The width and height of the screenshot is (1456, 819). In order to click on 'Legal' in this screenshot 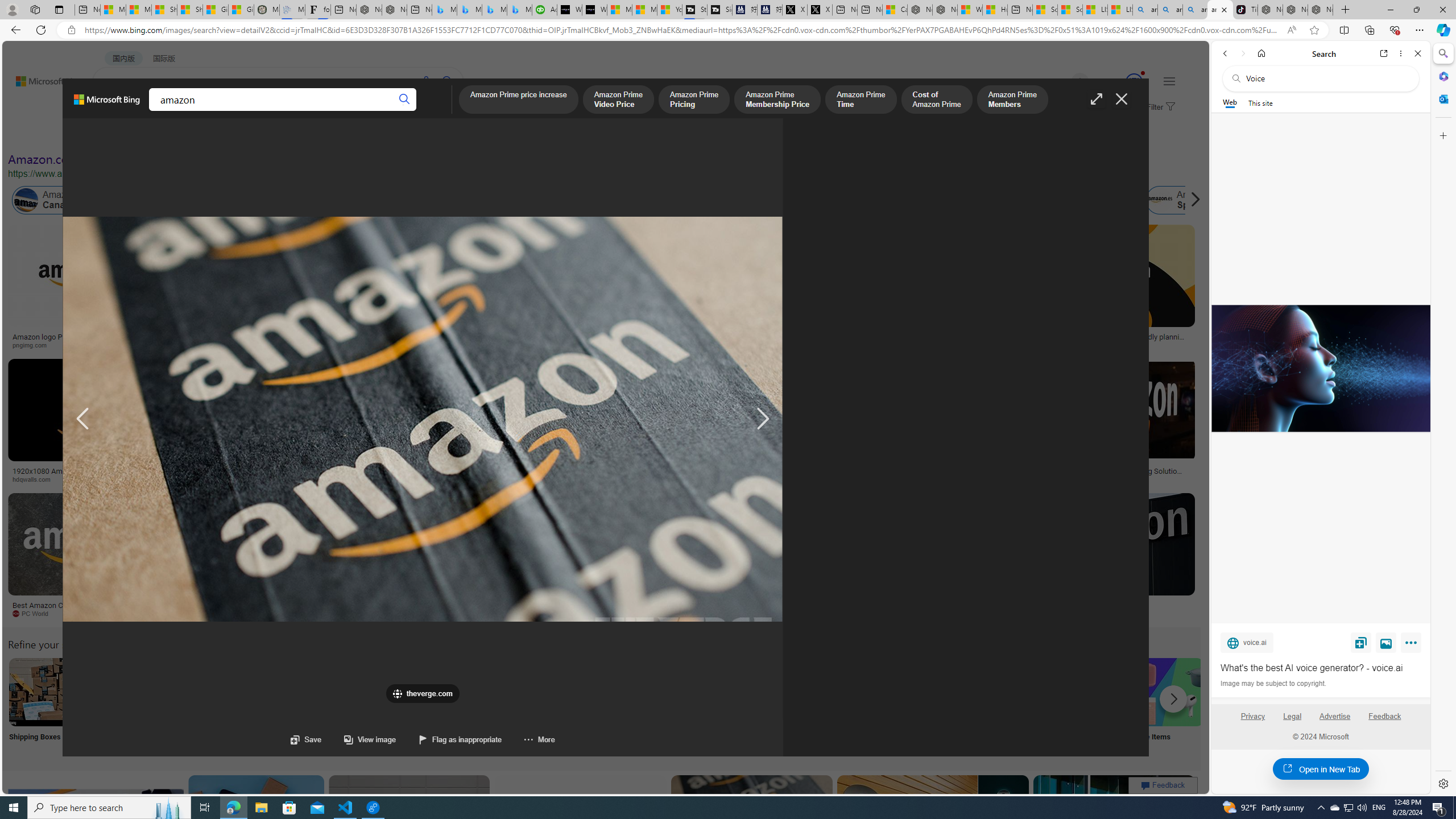, I will do `click(1292, 716)`.